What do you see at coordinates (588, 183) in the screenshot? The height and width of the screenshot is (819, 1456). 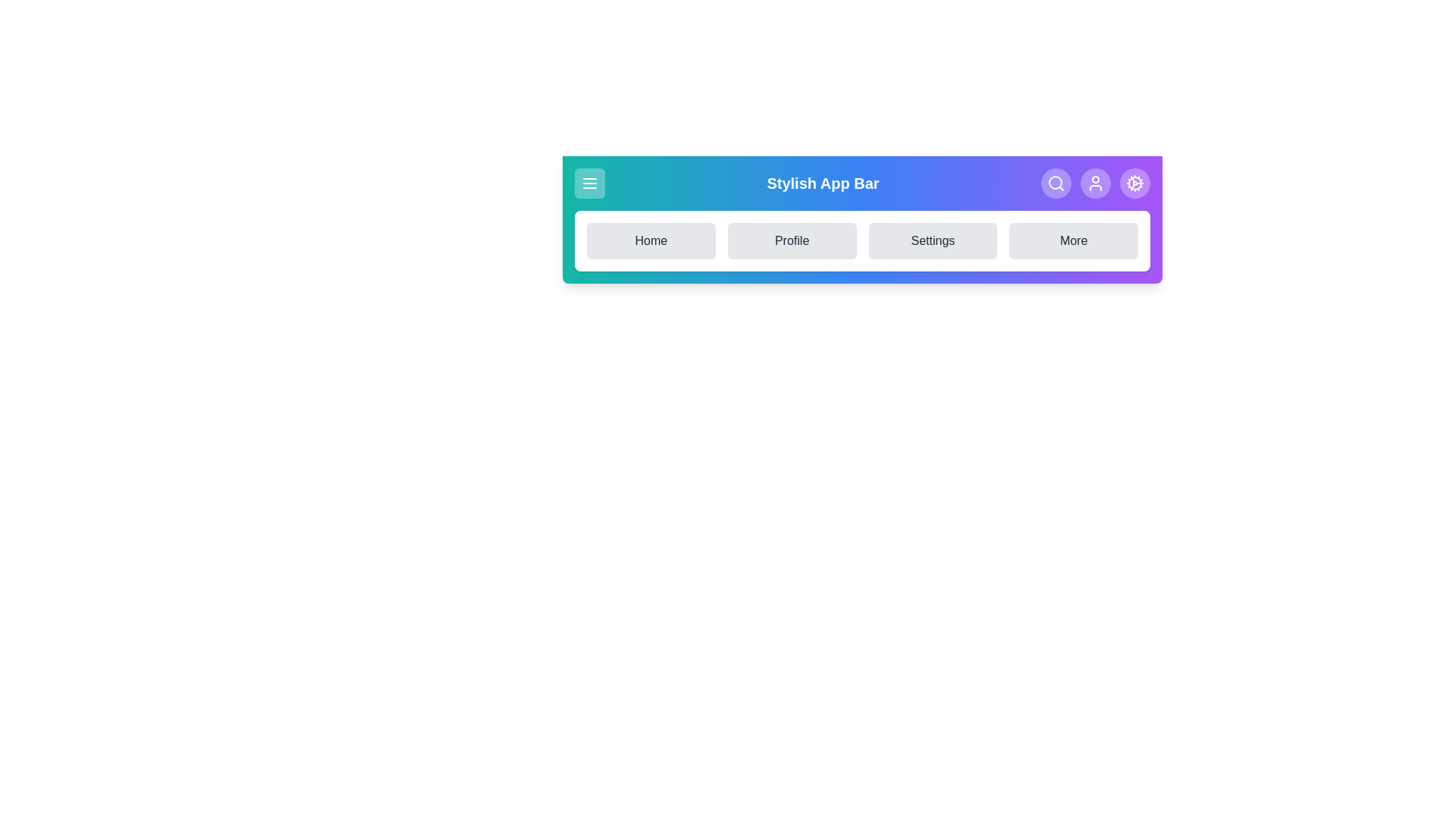 I see `the menu button to toggle the menu visibility` at bounding box center [588, 183].